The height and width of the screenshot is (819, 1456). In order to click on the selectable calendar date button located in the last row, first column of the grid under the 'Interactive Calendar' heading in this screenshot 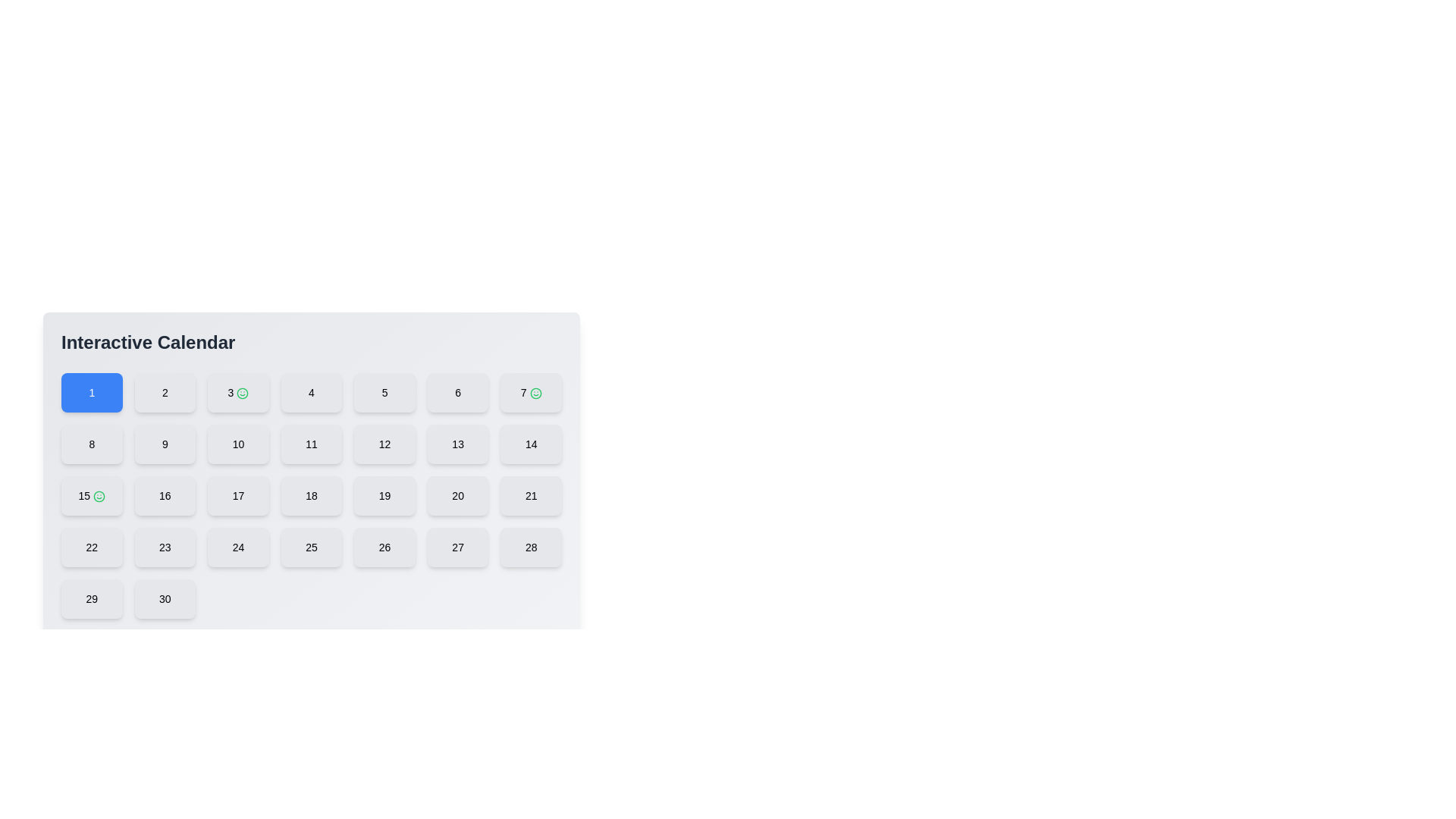, I will do `click(90, 598)`.